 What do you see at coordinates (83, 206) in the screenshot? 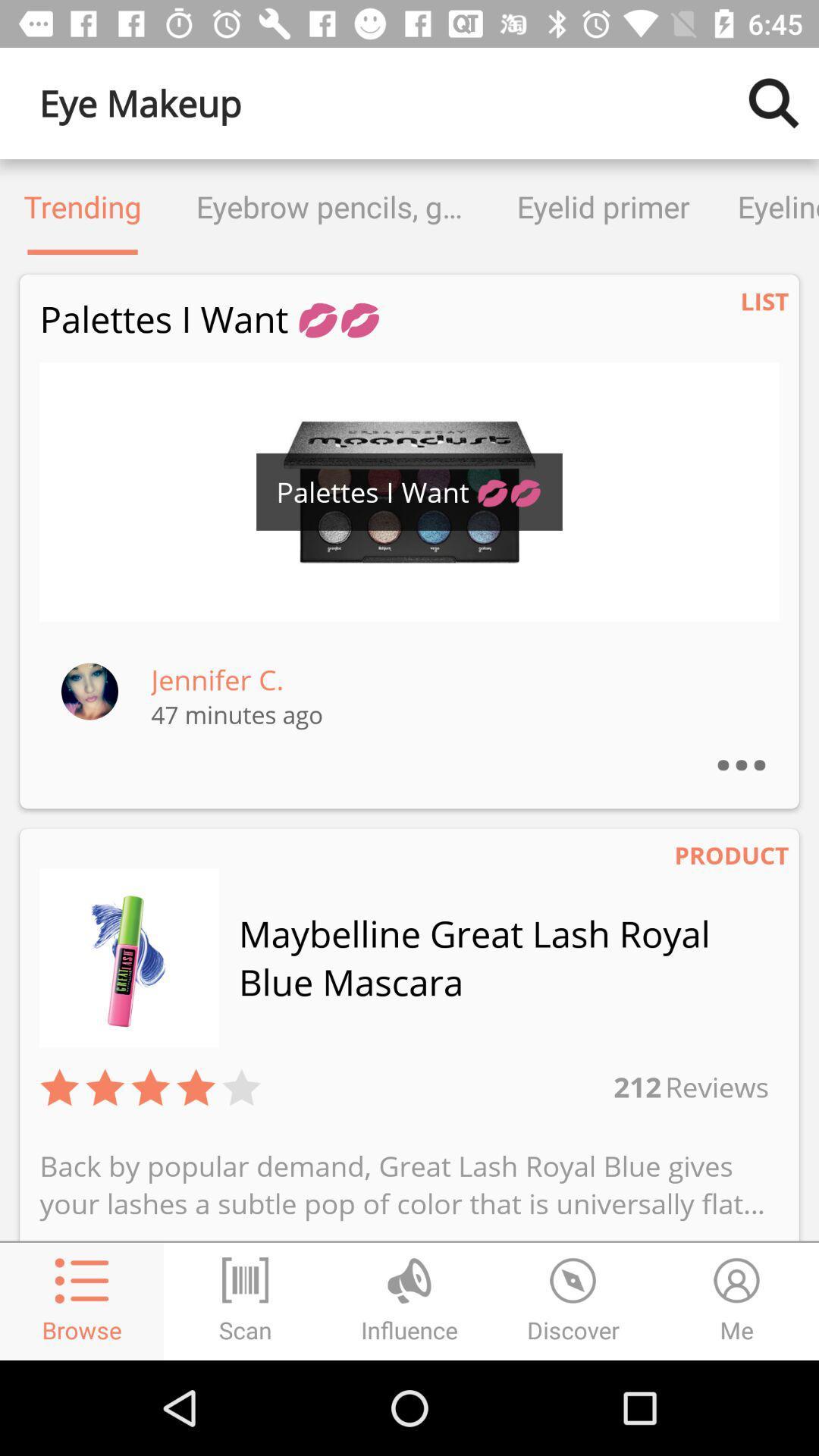
I see `the icon next to the eyebrow pencils gels icon` at bounding box center [83, 206].